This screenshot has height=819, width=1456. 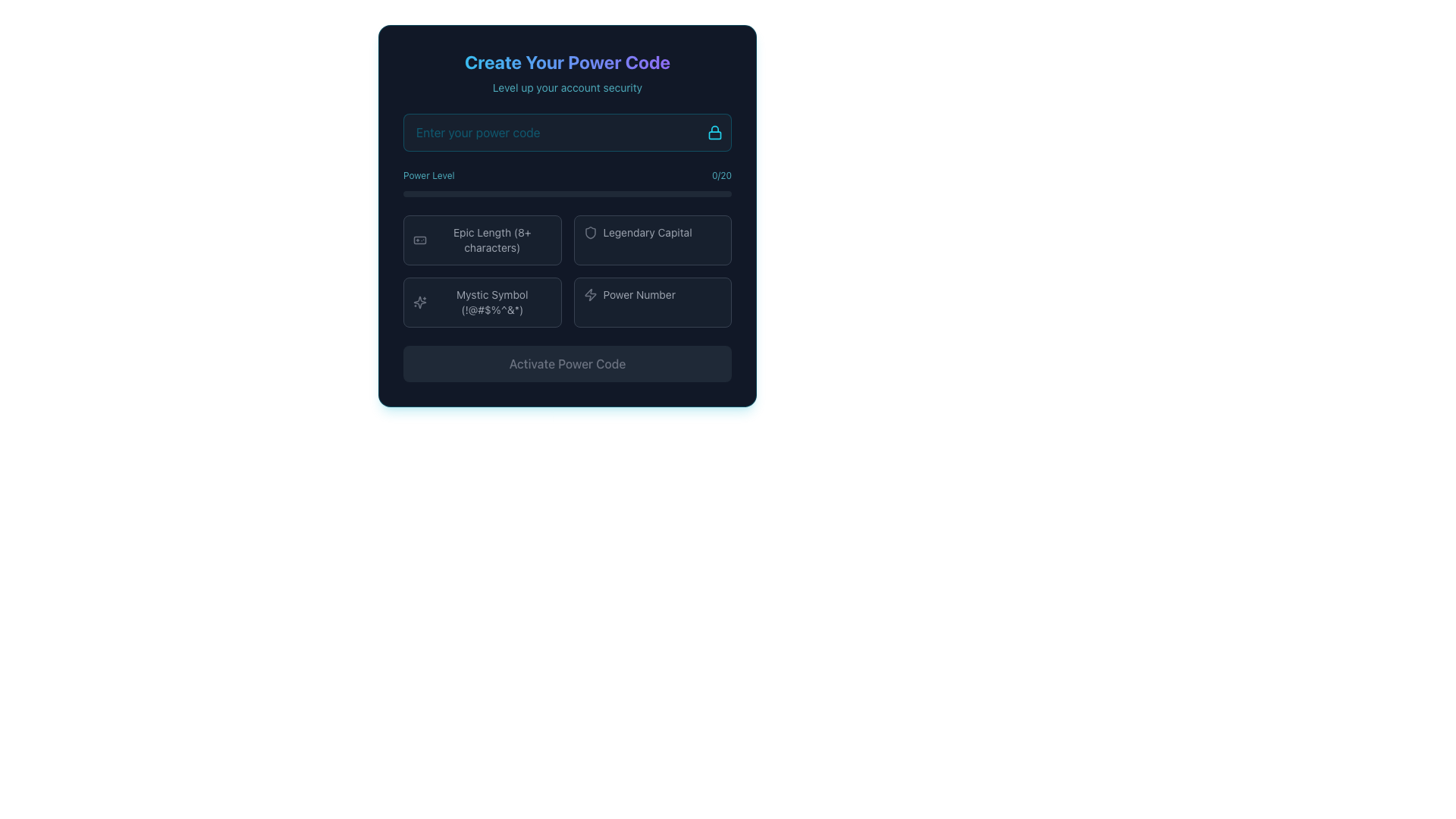 What do you see at coordinates (482, 302) in the screenshot?
I see `the informational label with an icon styled as an option located in the third quadrant of the central panel, specifically in the second row, first column, which groups related information` at bounding box center [482, 302].